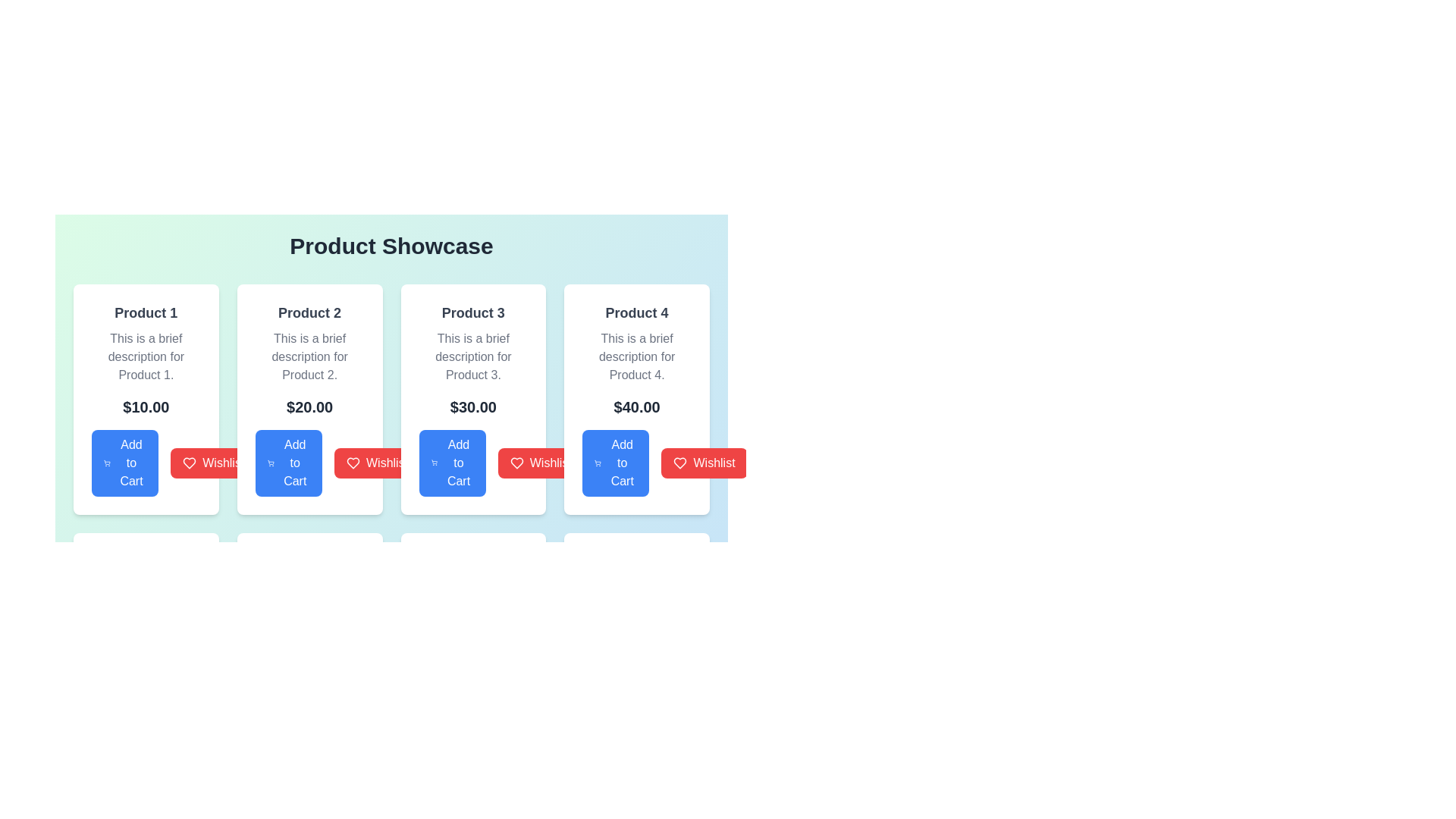  Describe the element at coordinates (457, 462) in the screenshot. I see `the 'Add to Cart' button, which features white text on a medium blue background and includes a shopping cart icon to its left` at that location.